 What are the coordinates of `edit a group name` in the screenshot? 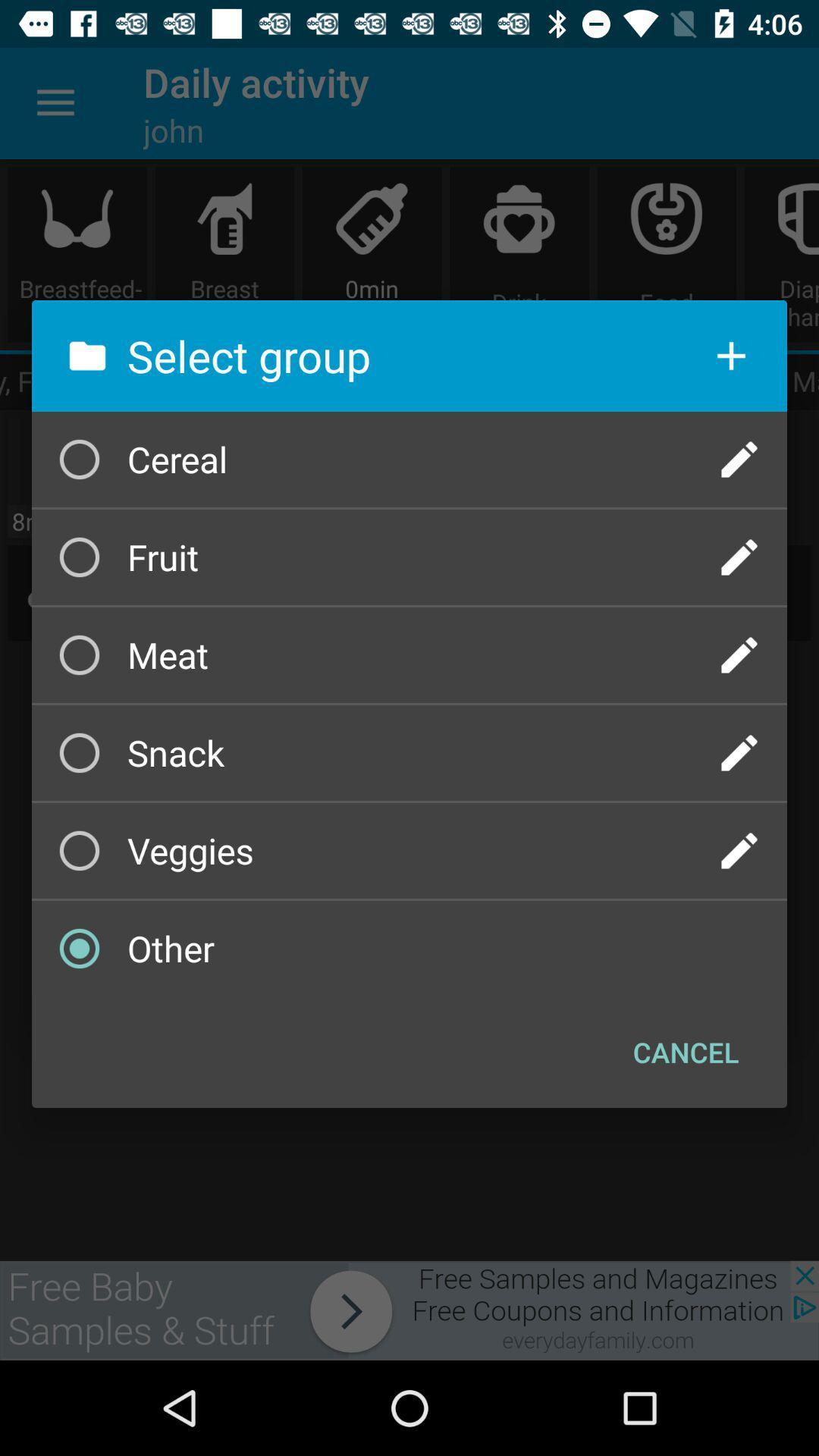 It's located at (739, 556).